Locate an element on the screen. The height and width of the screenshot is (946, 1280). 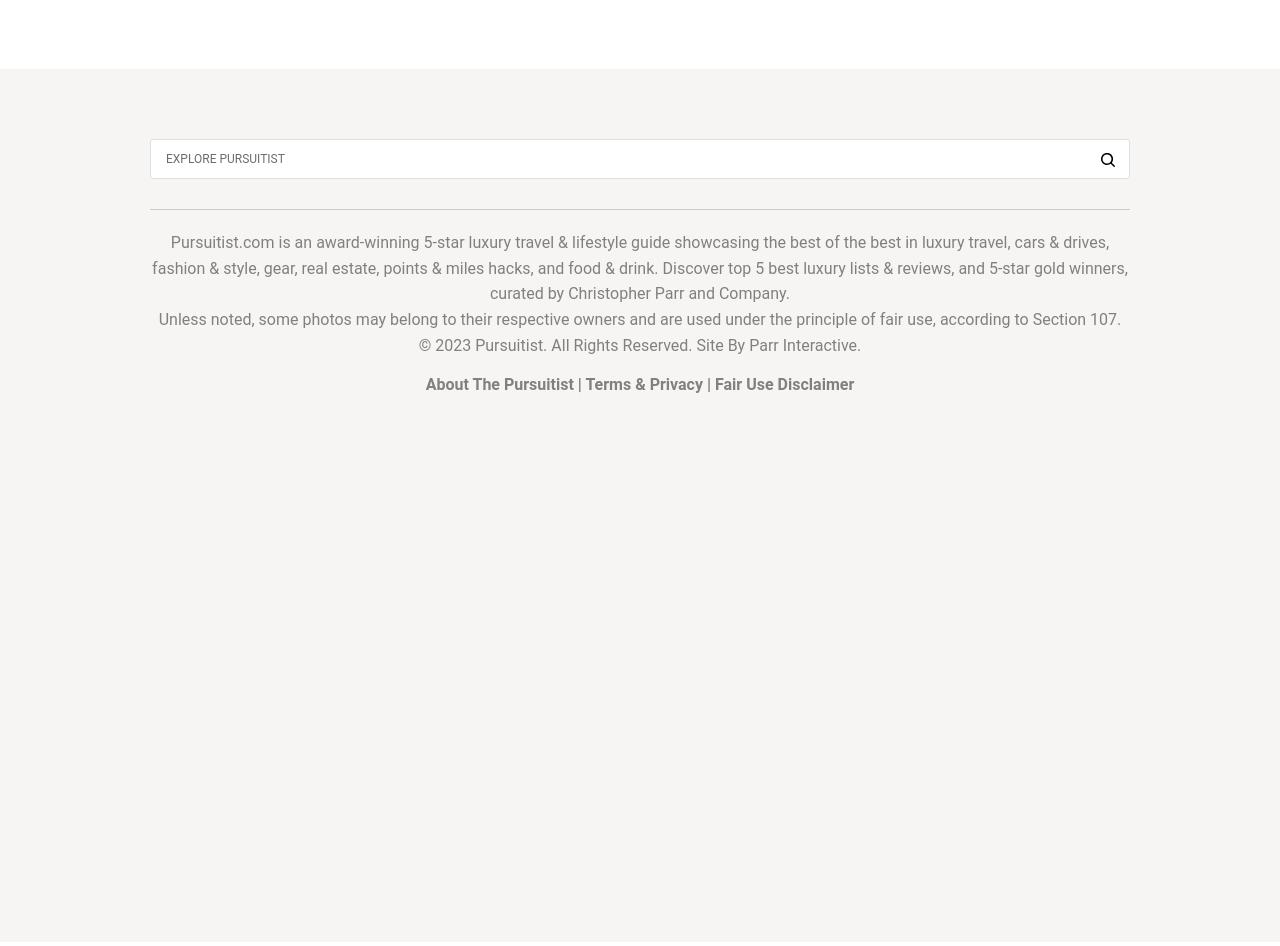
'real estate' is located at coordinates (338, 266).